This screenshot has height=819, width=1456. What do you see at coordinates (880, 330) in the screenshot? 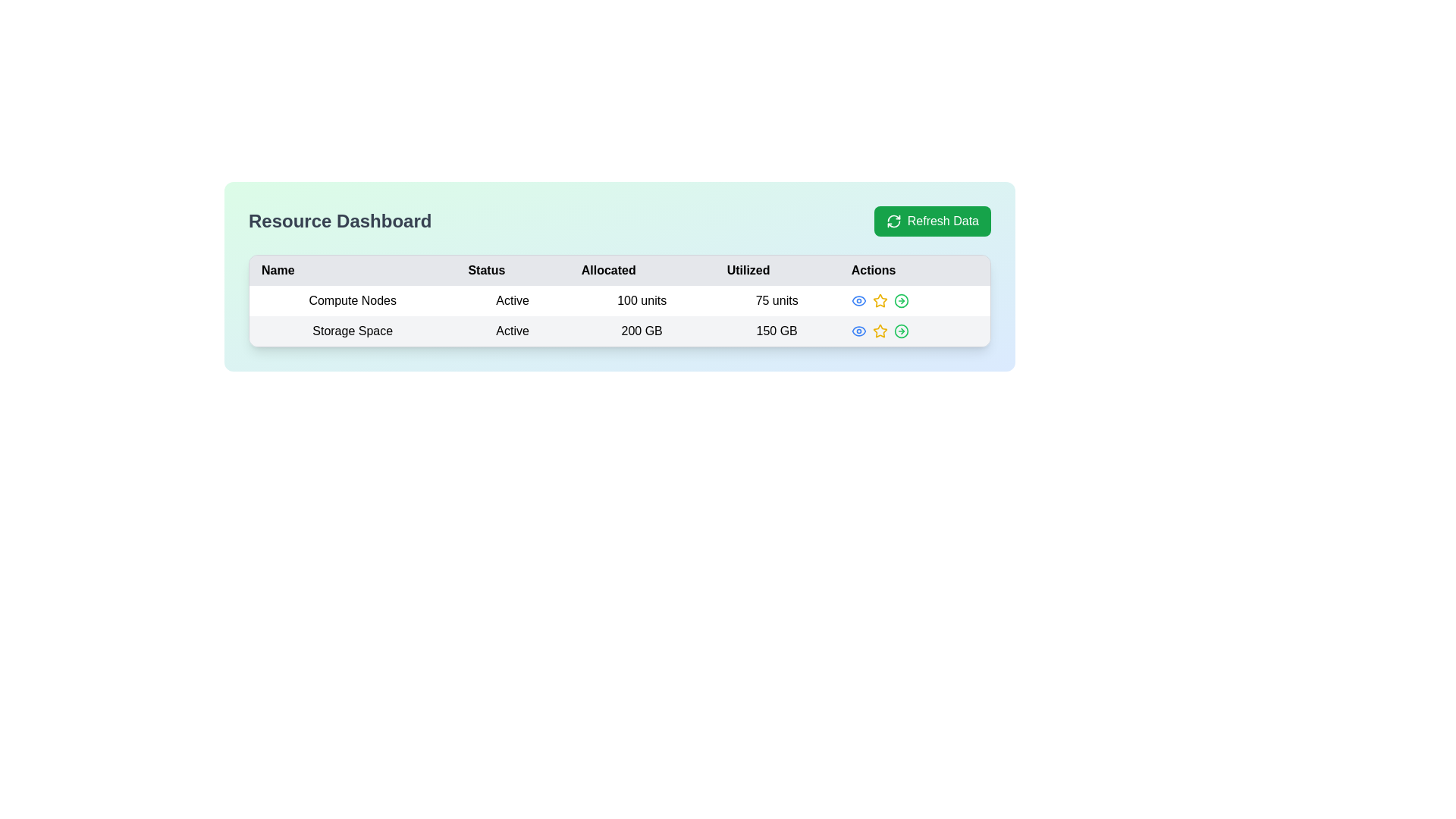
I see `the golden-yellow star icon button in the Actions column` at bounding box center [880, 330].